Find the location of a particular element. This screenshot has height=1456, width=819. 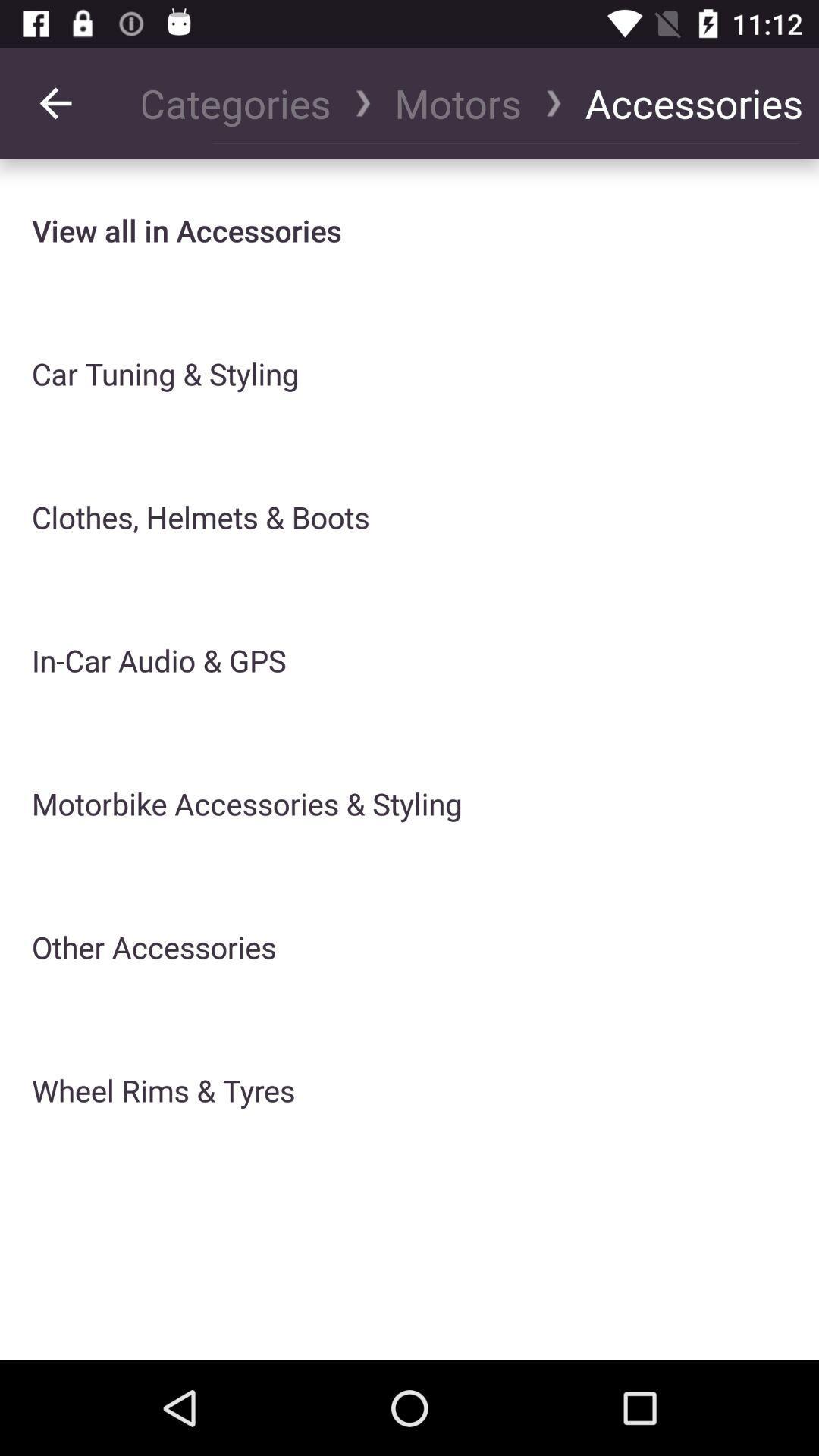

the item below the other accessories icon is located at coordinates (163, 1090).